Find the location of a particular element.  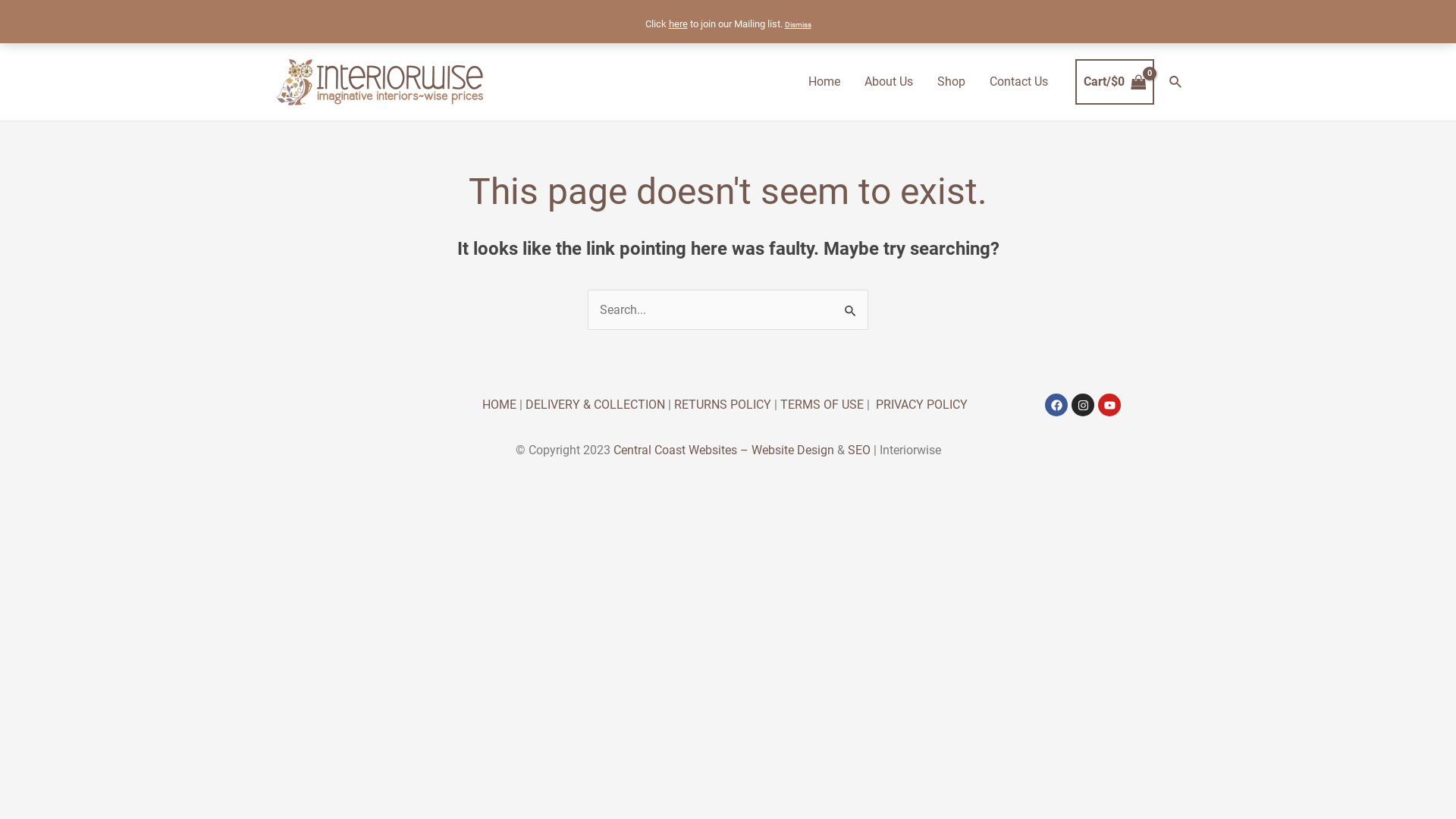

'Search' is located at coordinates (833, 305).